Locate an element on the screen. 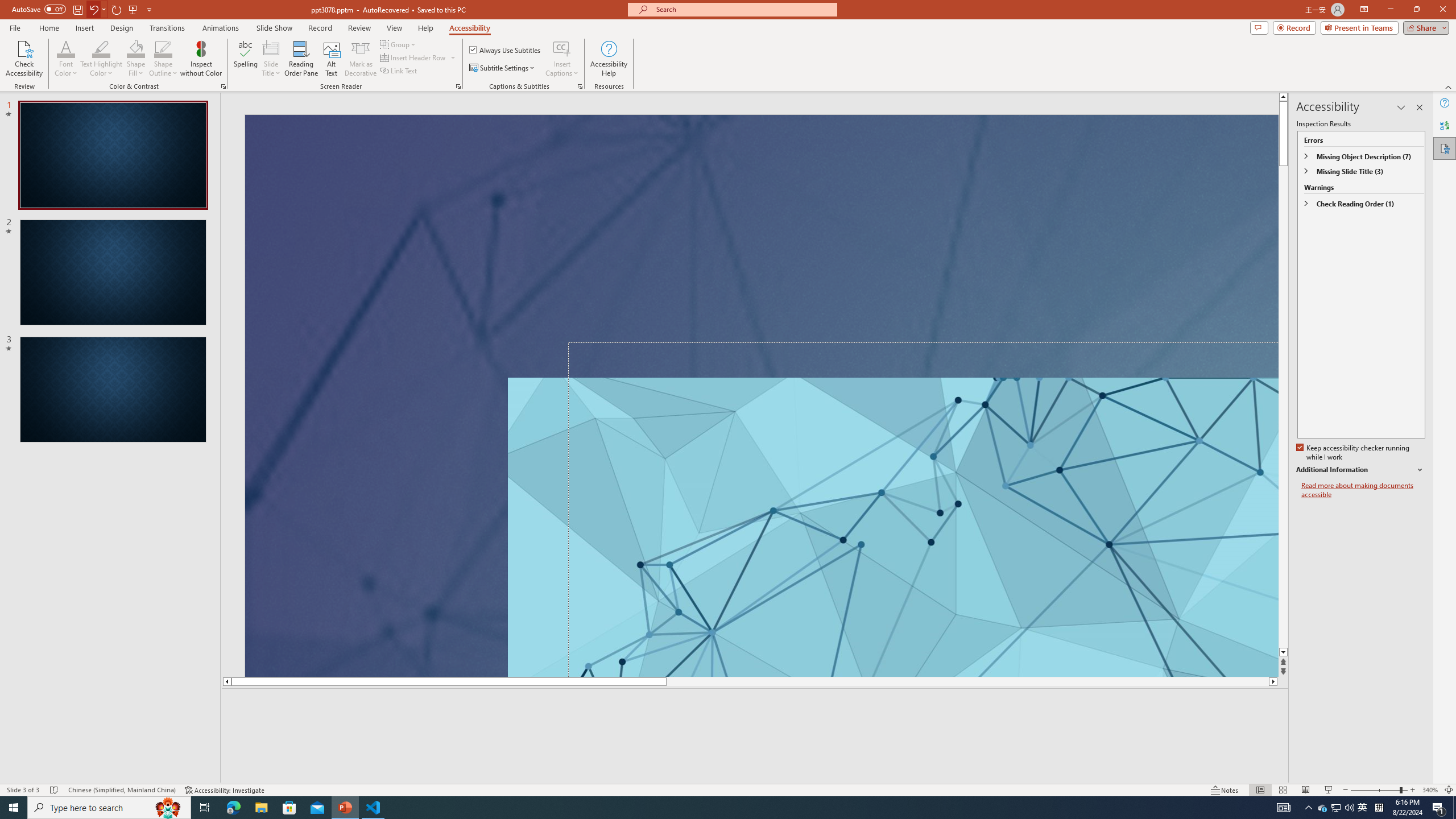  'Accessibility Help' is located at coordinates (609, 59).